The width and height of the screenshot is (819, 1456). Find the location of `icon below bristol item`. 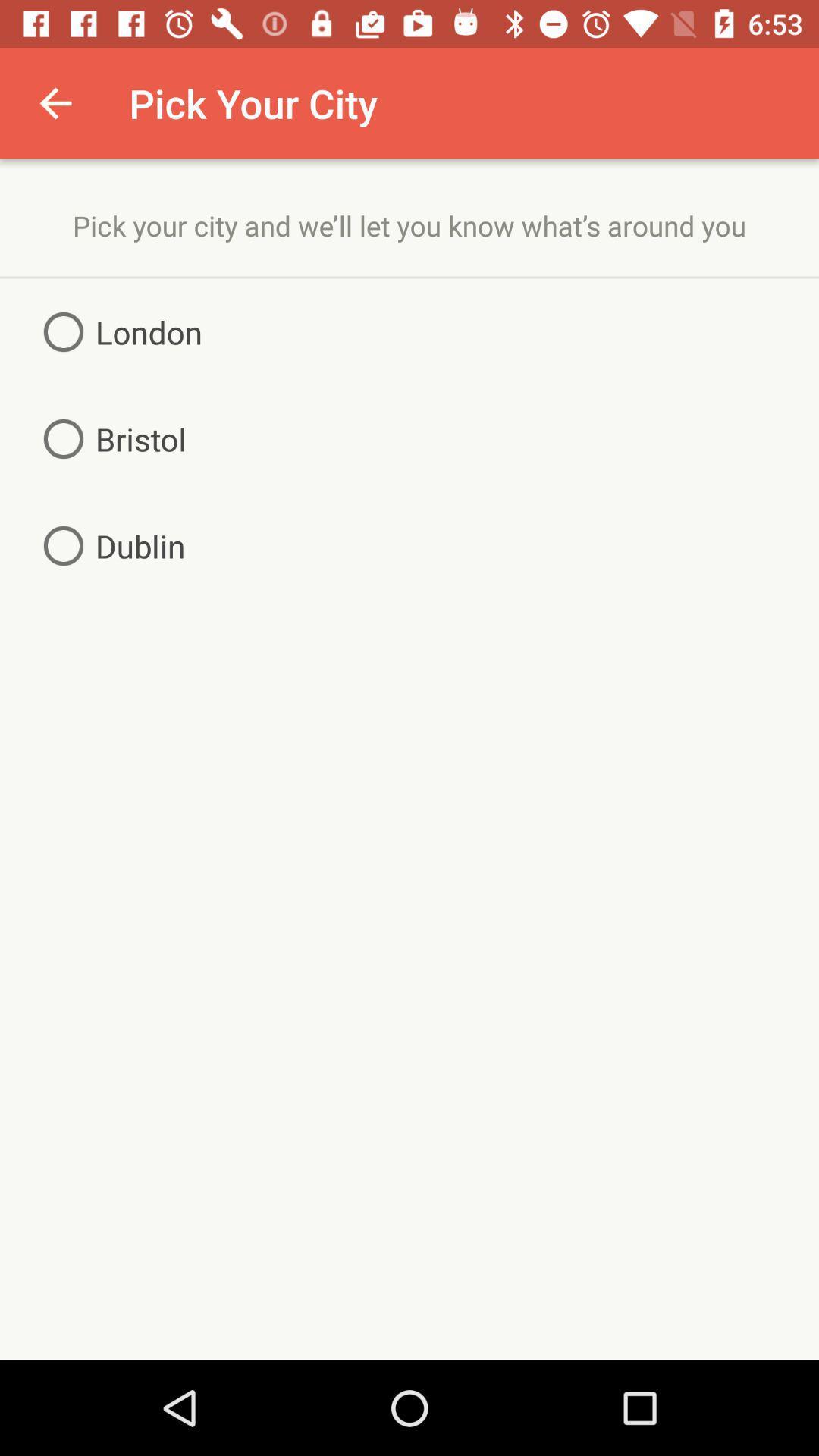

icon below bristol item is located at coordinates (108, 546).